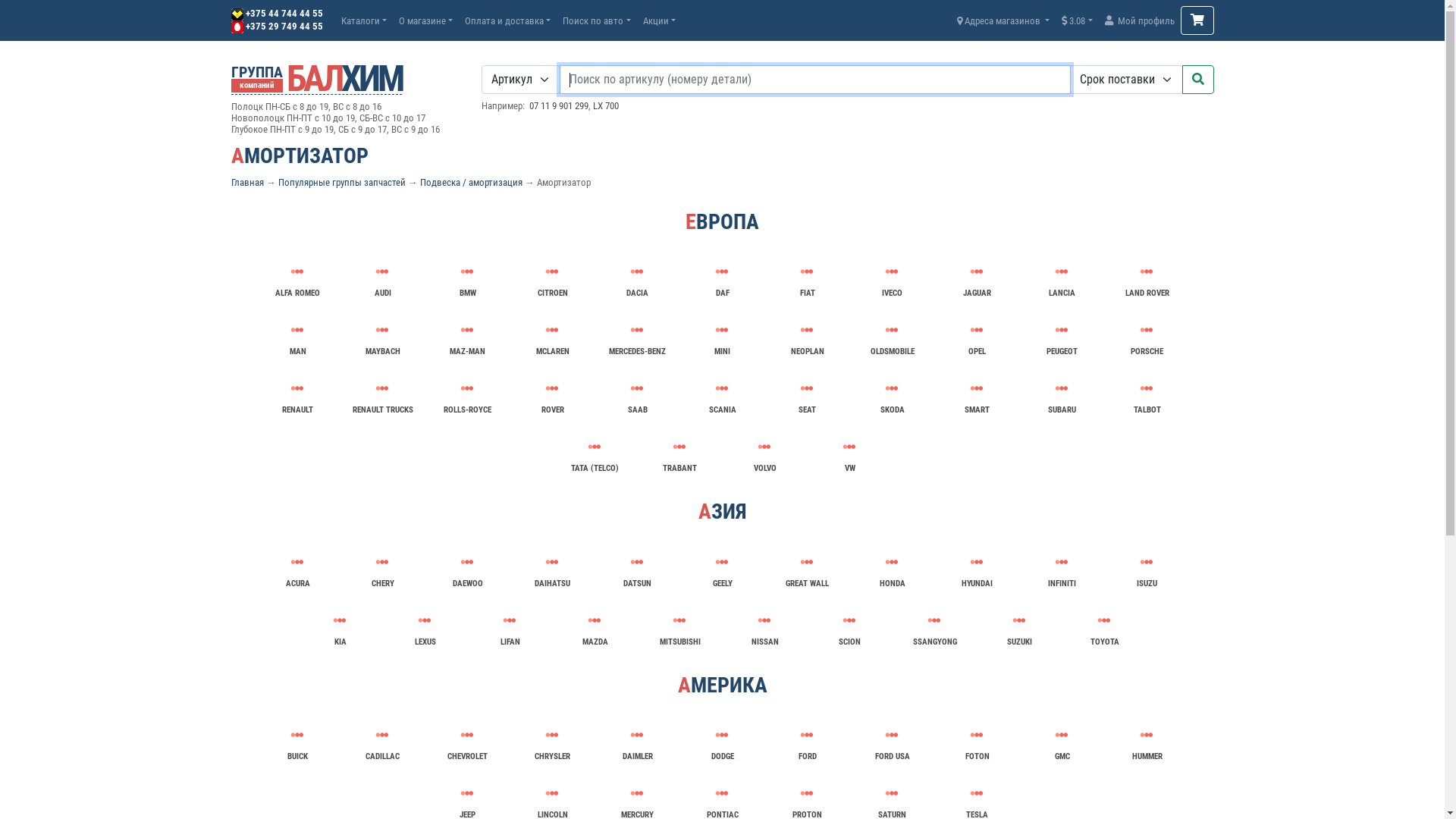 The width and height of the screenshot is (1456, 819). Describe the element at coordinates (977, 334) in the screenshot. I see `'OPEL'` at that location.